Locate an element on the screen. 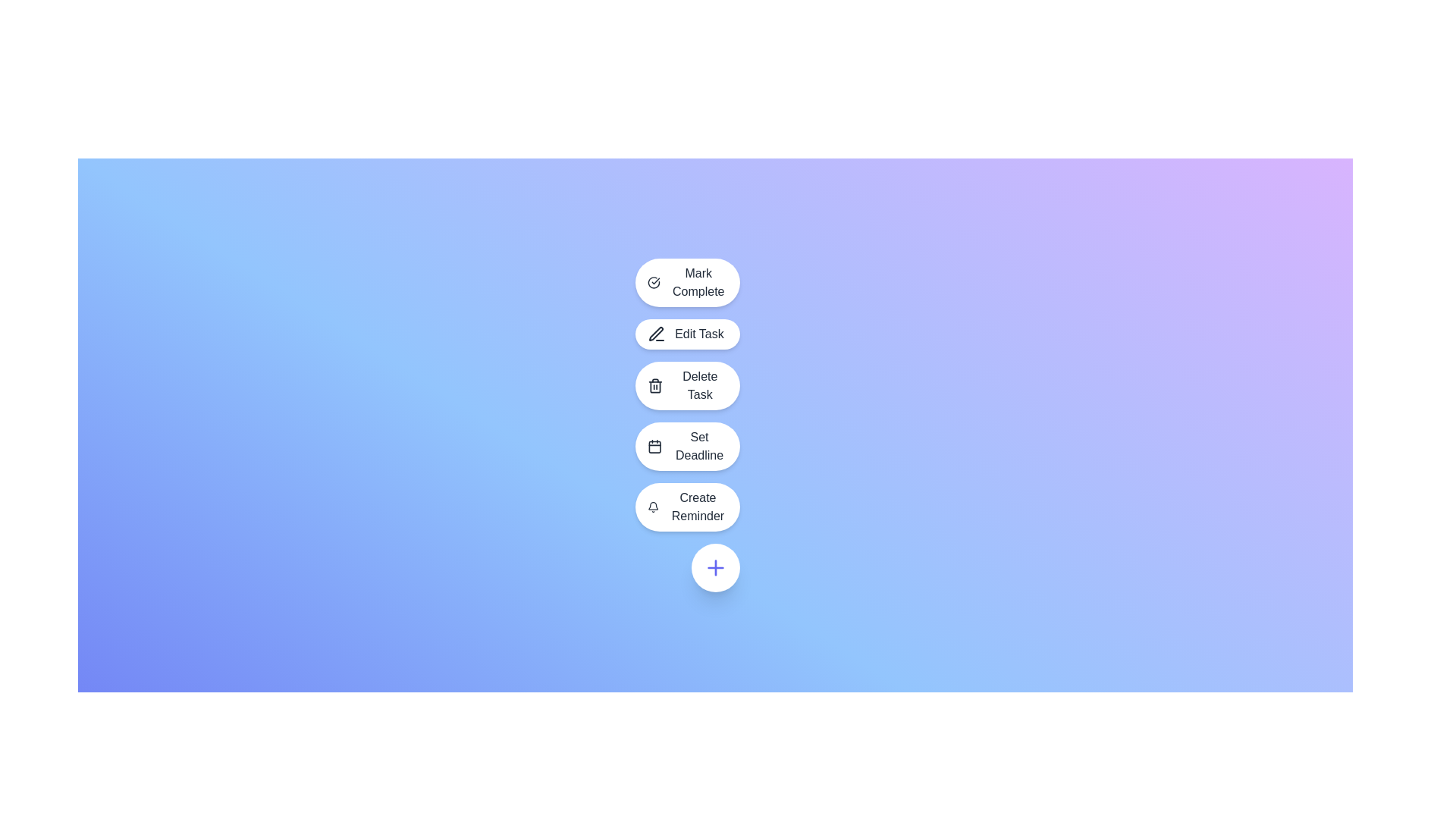 The image size is (1456, 819). the 'Create Reminder' button, which is the fifth option in the vertical menu is located at coordinates (697, 507).